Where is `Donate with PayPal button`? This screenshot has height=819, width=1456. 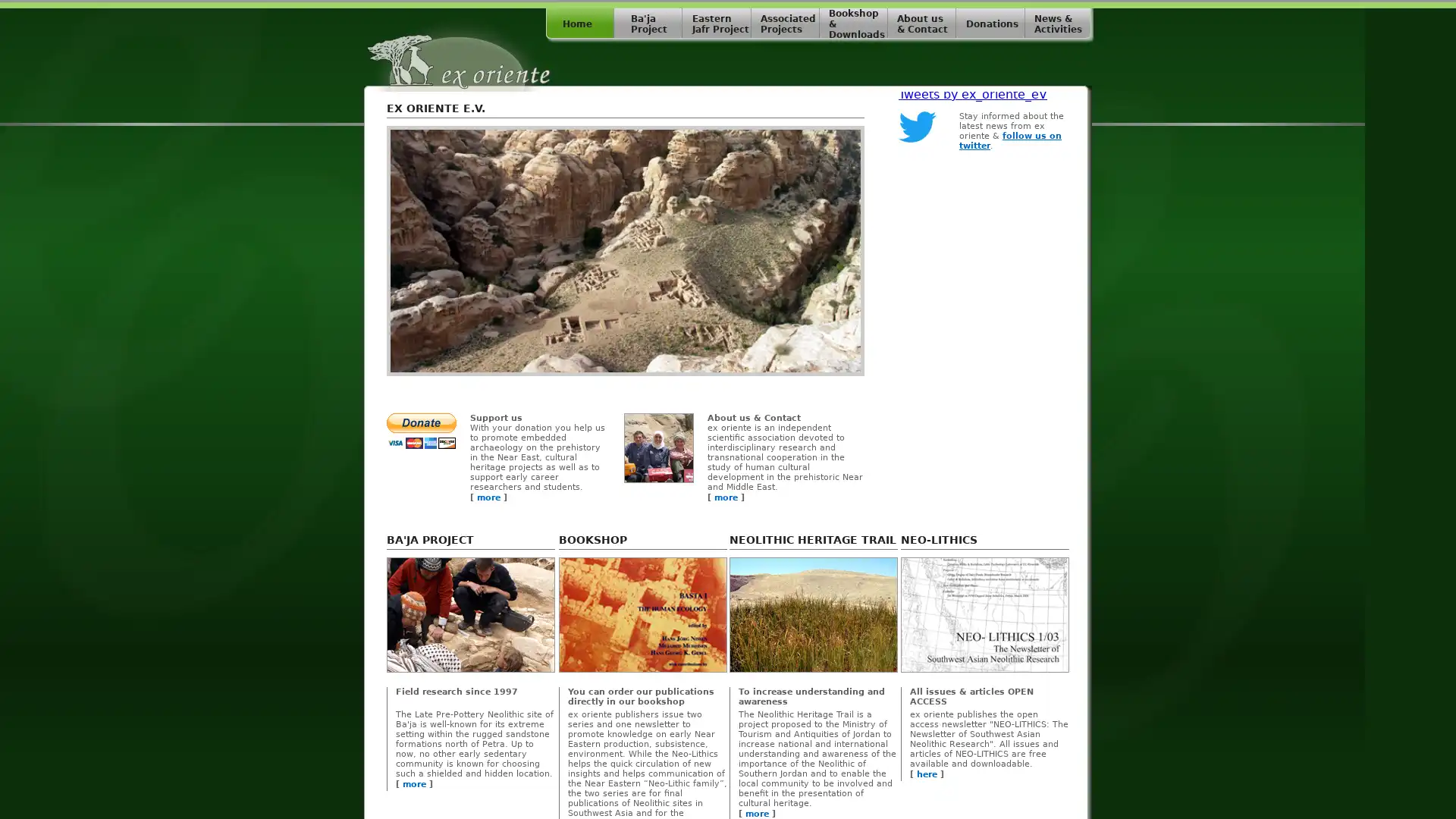
Donate with PayPal button is located at coordinates (422, 431).